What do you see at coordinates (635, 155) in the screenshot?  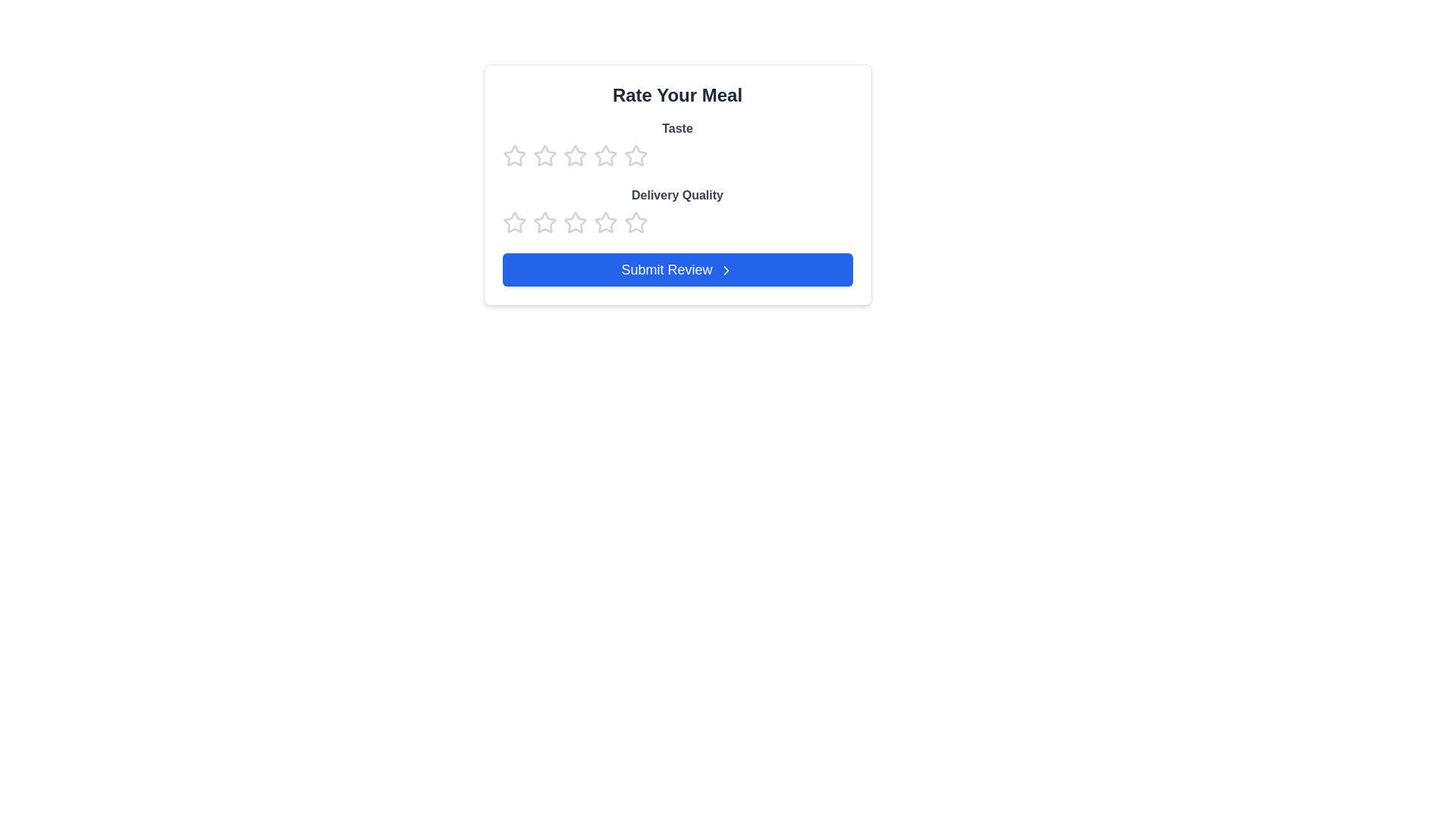 I see `the second star icon in the rating row under the 'Taste' label` at bounding box center [635, 155].